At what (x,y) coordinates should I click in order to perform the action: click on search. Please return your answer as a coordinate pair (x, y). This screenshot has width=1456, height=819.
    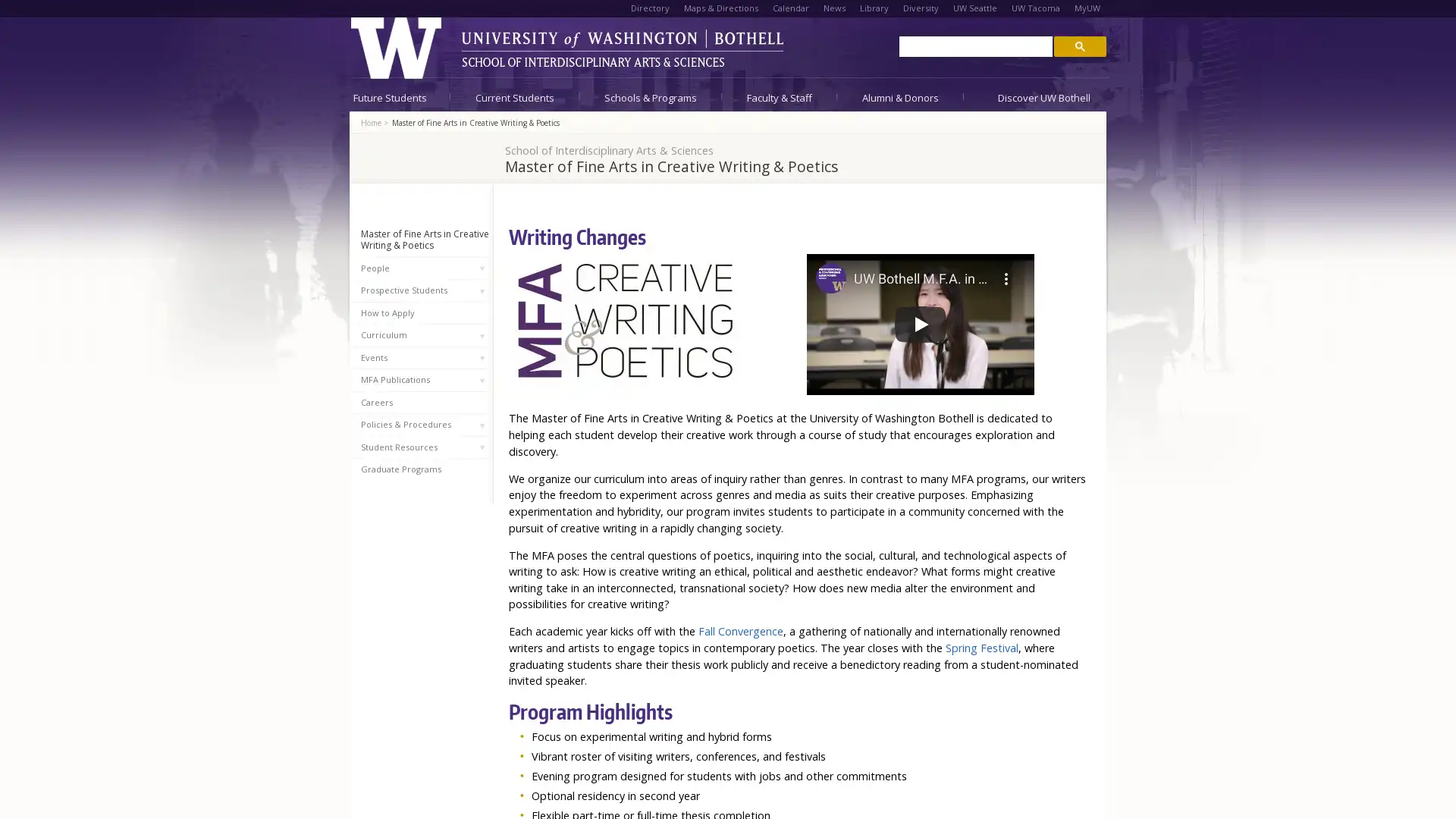
    Looking at the image, I should click on (1079, 45).